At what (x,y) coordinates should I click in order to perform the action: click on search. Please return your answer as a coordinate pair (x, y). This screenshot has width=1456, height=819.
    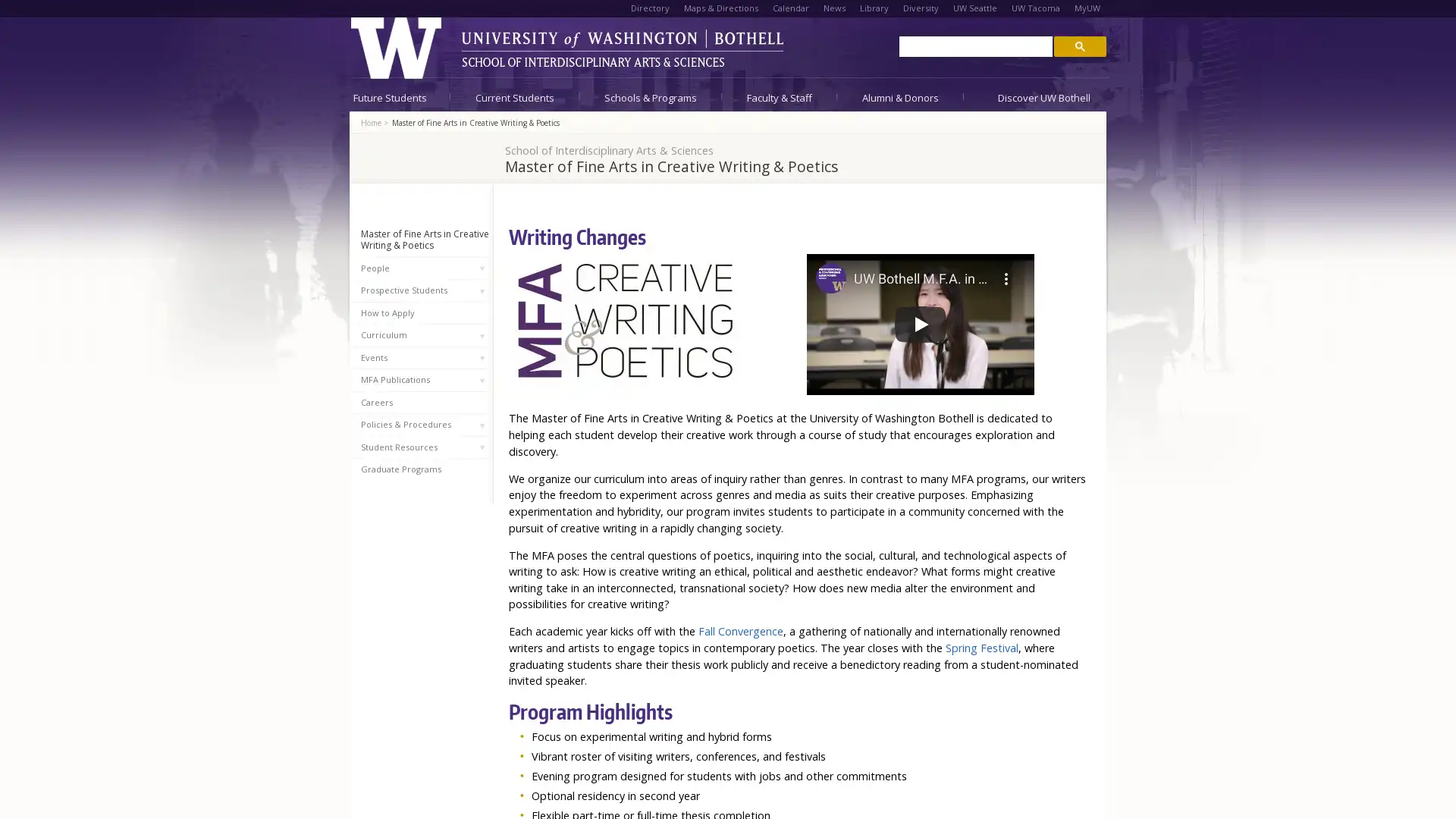
    Looking at the image, I should click on (1079, 45).